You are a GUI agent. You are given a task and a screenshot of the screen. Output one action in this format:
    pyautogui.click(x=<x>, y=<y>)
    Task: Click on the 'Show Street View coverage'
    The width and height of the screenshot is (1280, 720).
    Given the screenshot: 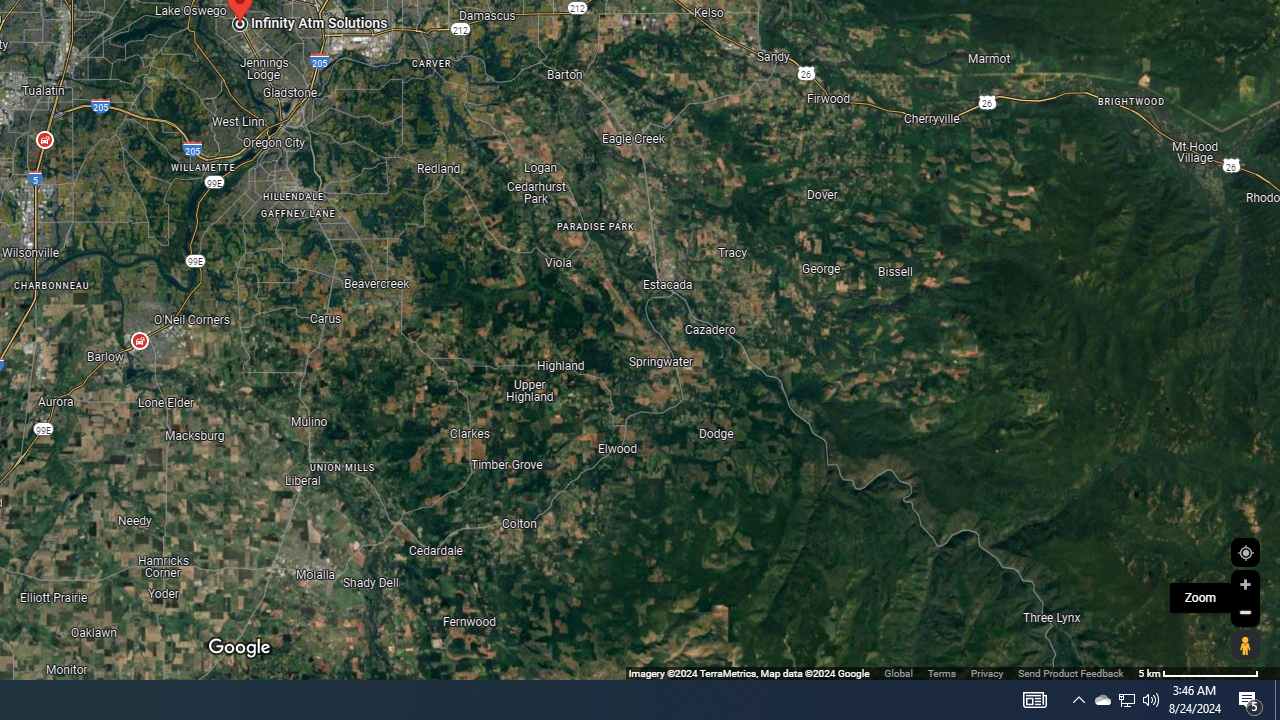 What is the action you would take?
    pyautogui.click(x=1244, y=645)
    